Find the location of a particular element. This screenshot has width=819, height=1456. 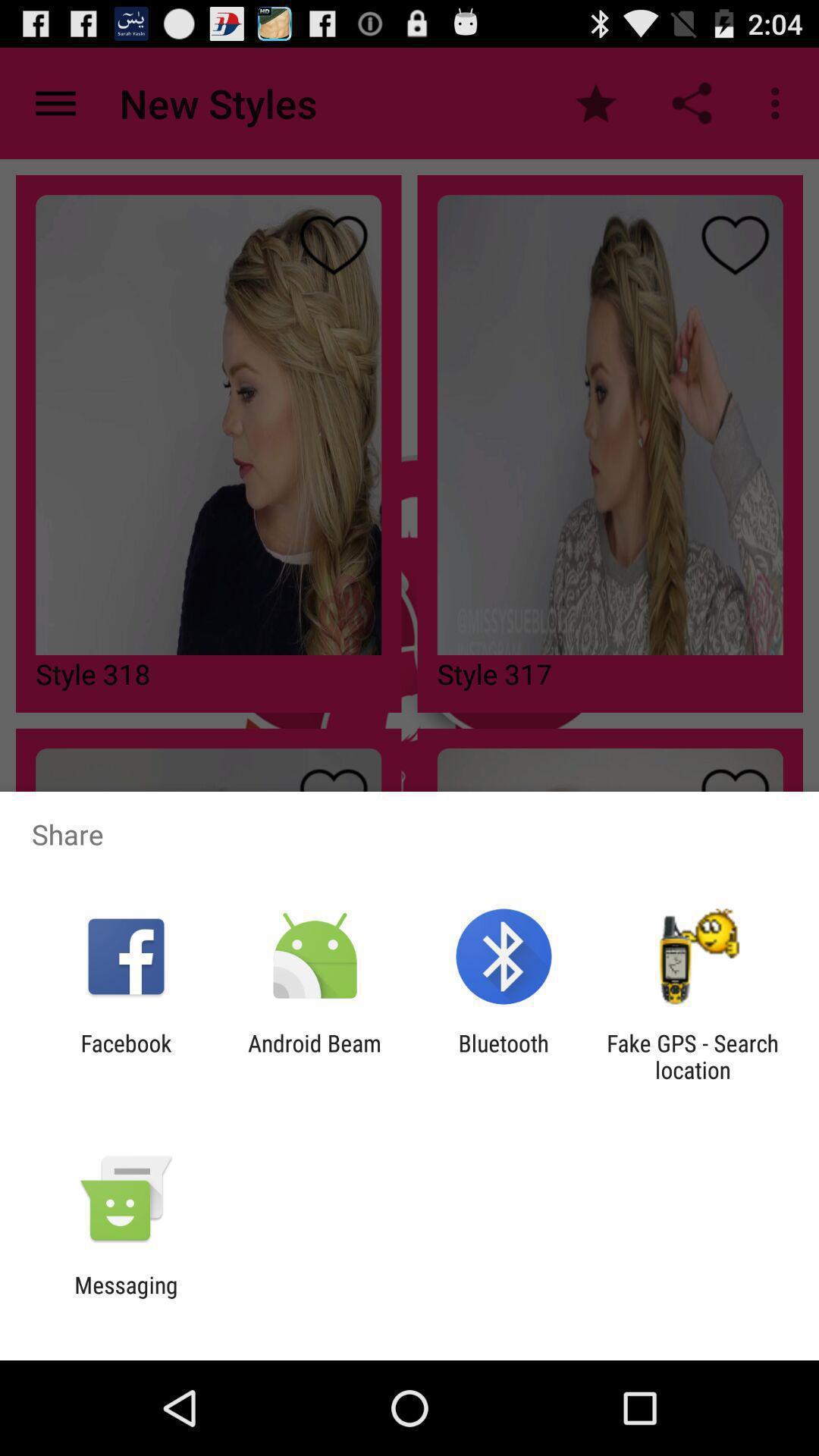

the item to the right of the android beam item is located at coordinates (504, 1056).